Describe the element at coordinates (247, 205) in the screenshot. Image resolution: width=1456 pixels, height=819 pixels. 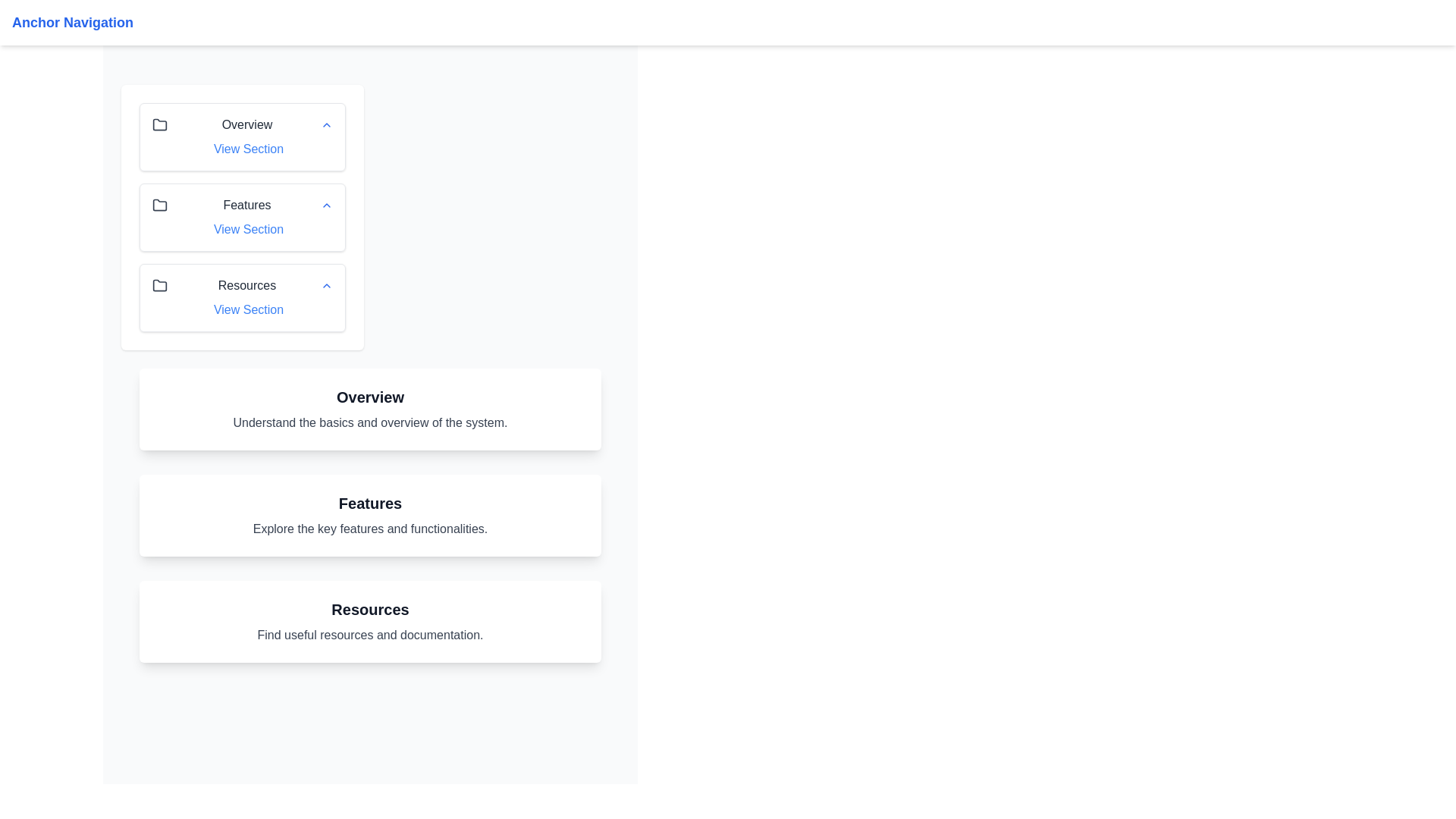
I see `text label 'Features' located in the left navigation panel, which is styled with a medium font size, gray color, and bold weight, positioned between 'Overview' and 'Resources'` at that location.